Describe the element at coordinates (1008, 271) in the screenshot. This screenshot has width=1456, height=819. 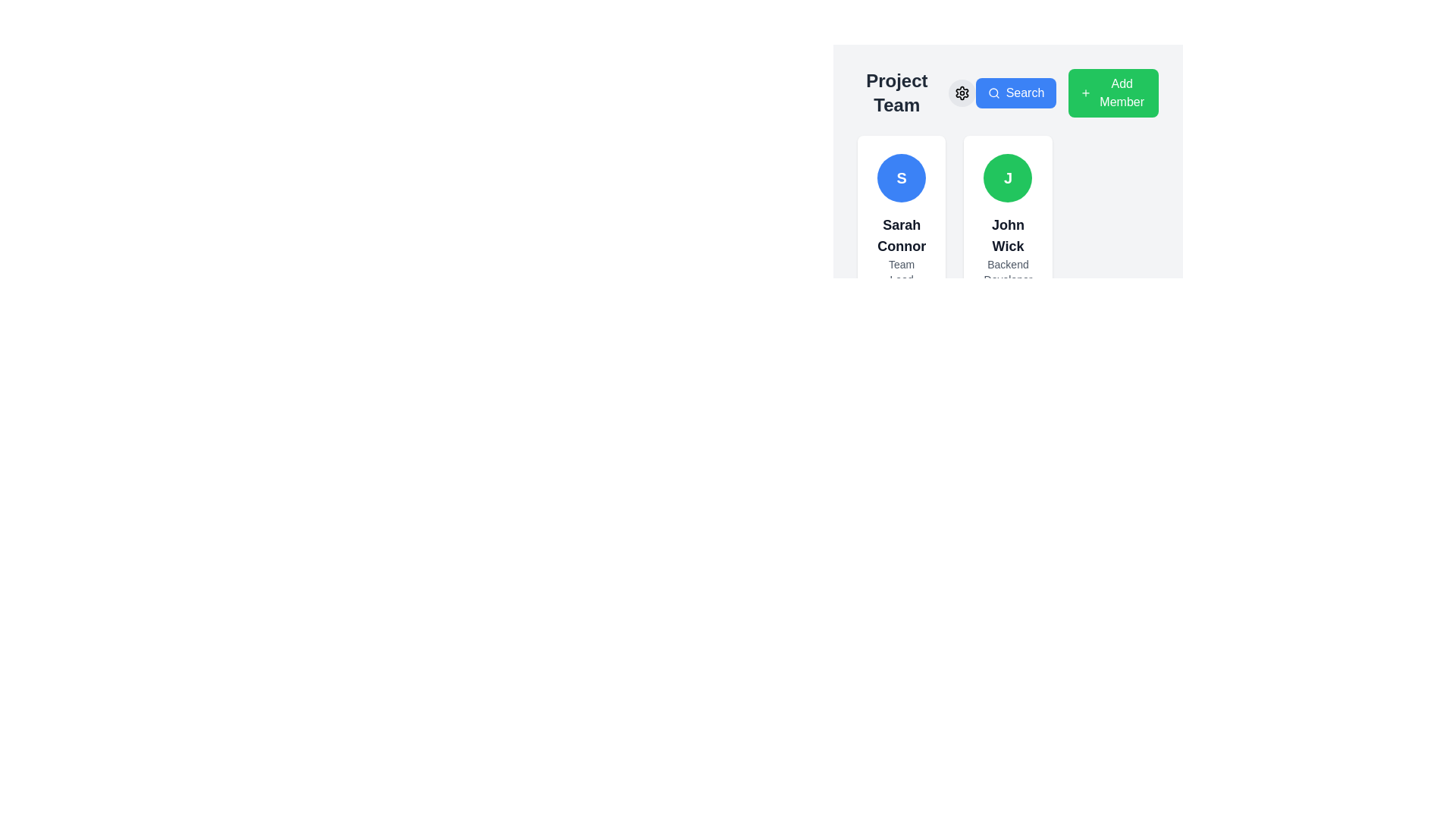
I see `the static text label displaying 'Backend Developer', which is located beneath the name 'John Wick' in the second card from the left` at that location.